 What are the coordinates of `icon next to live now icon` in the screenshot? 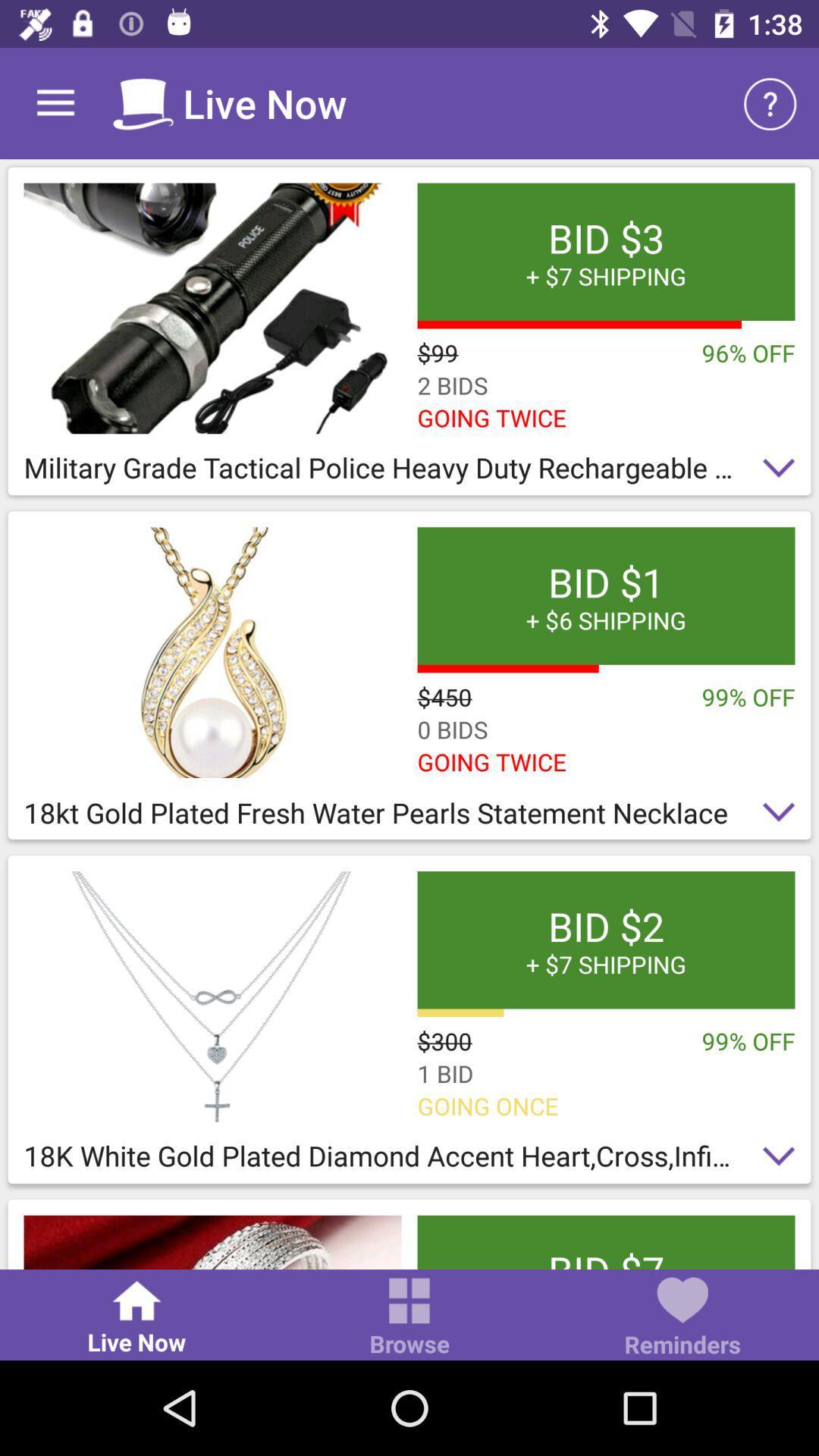 It's located at (771, 102).